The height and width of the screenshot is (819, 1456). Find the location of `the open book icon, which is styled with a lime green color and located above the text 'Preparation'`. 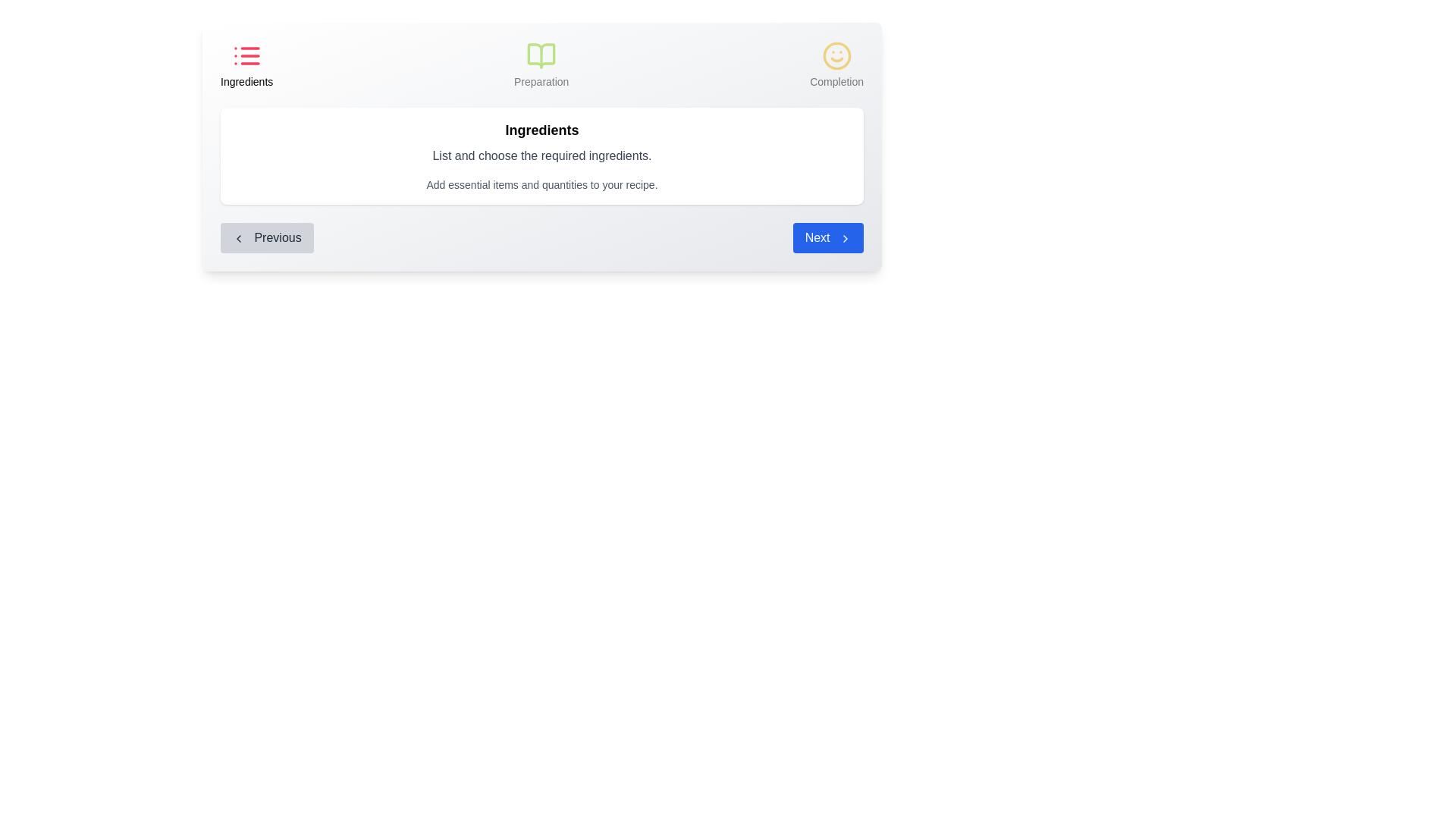

the open book icon, which is styled with a lime green color and located above the text 'Preparation' is located at coordinates (541, 55).